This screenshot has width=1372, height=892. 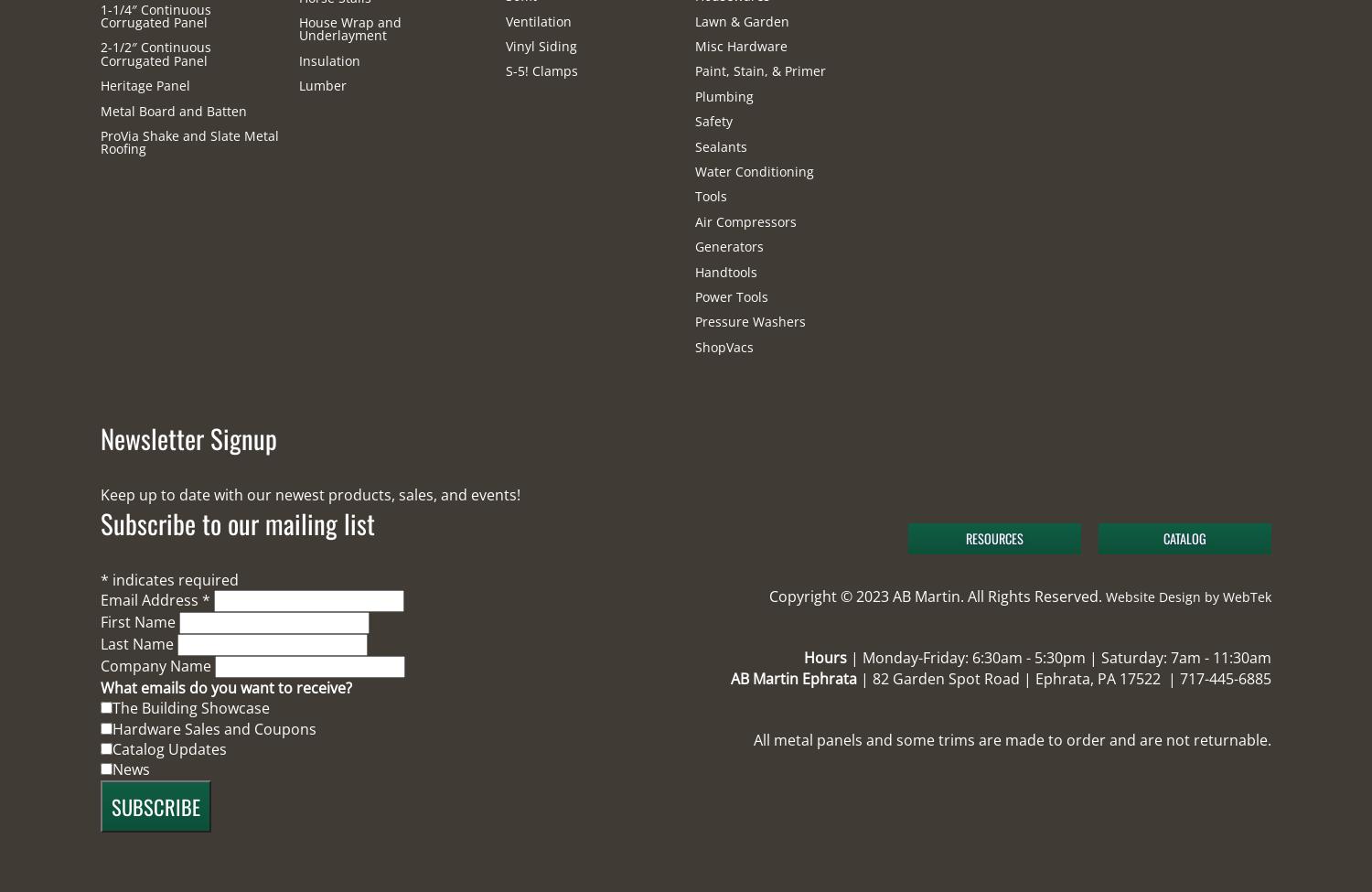 What do you see at coordinates (541, 46) in the screenshot?
I see `'Vinyl Siding'` at bounding box center [541, 46].